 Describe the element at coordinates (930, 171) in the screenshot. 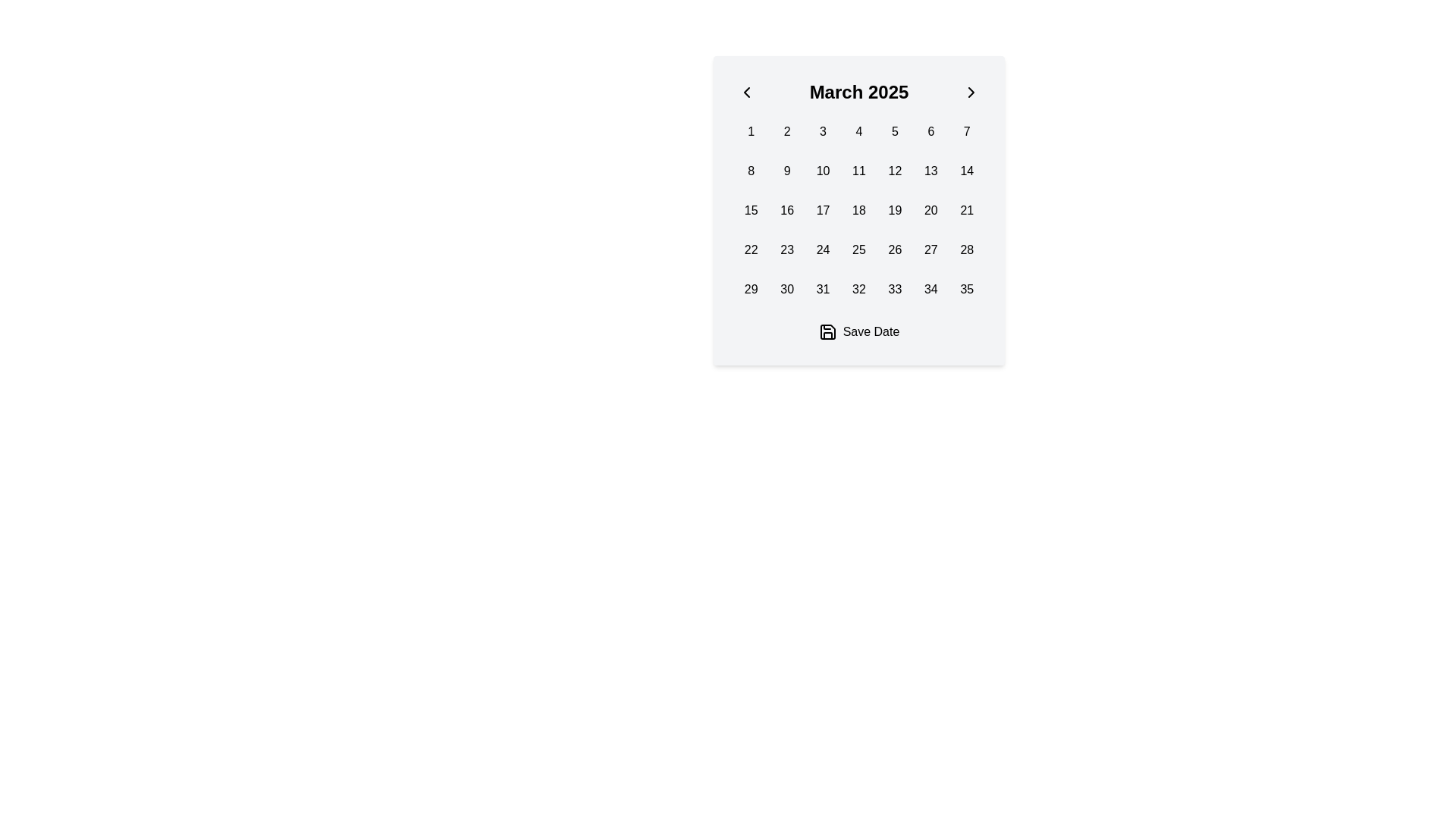

I see `the button representing the specific day in the calendar interface located in the second row and sixth column of the grid` at that location.